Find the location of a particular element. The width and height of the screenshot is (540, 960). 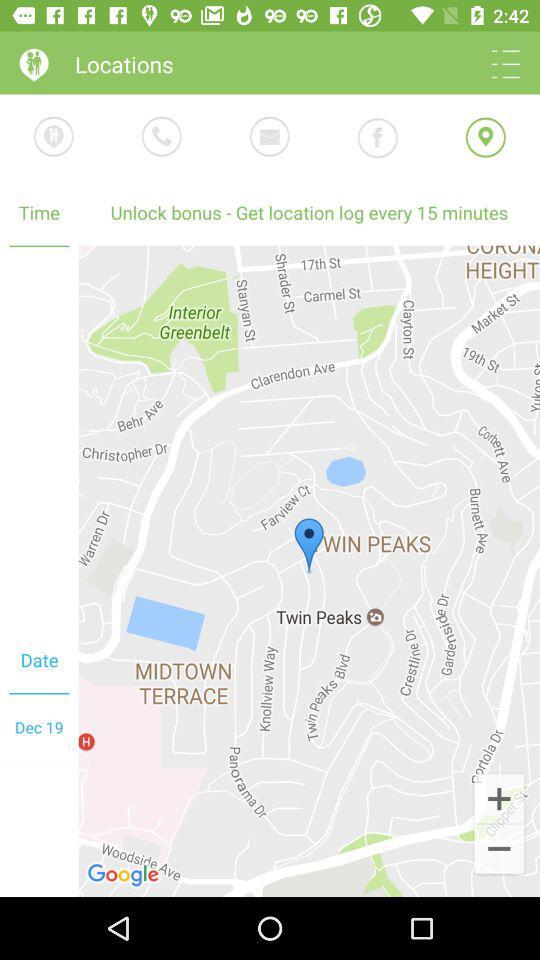

item next to unlock bonus get item is located at coordinates (39, 437).